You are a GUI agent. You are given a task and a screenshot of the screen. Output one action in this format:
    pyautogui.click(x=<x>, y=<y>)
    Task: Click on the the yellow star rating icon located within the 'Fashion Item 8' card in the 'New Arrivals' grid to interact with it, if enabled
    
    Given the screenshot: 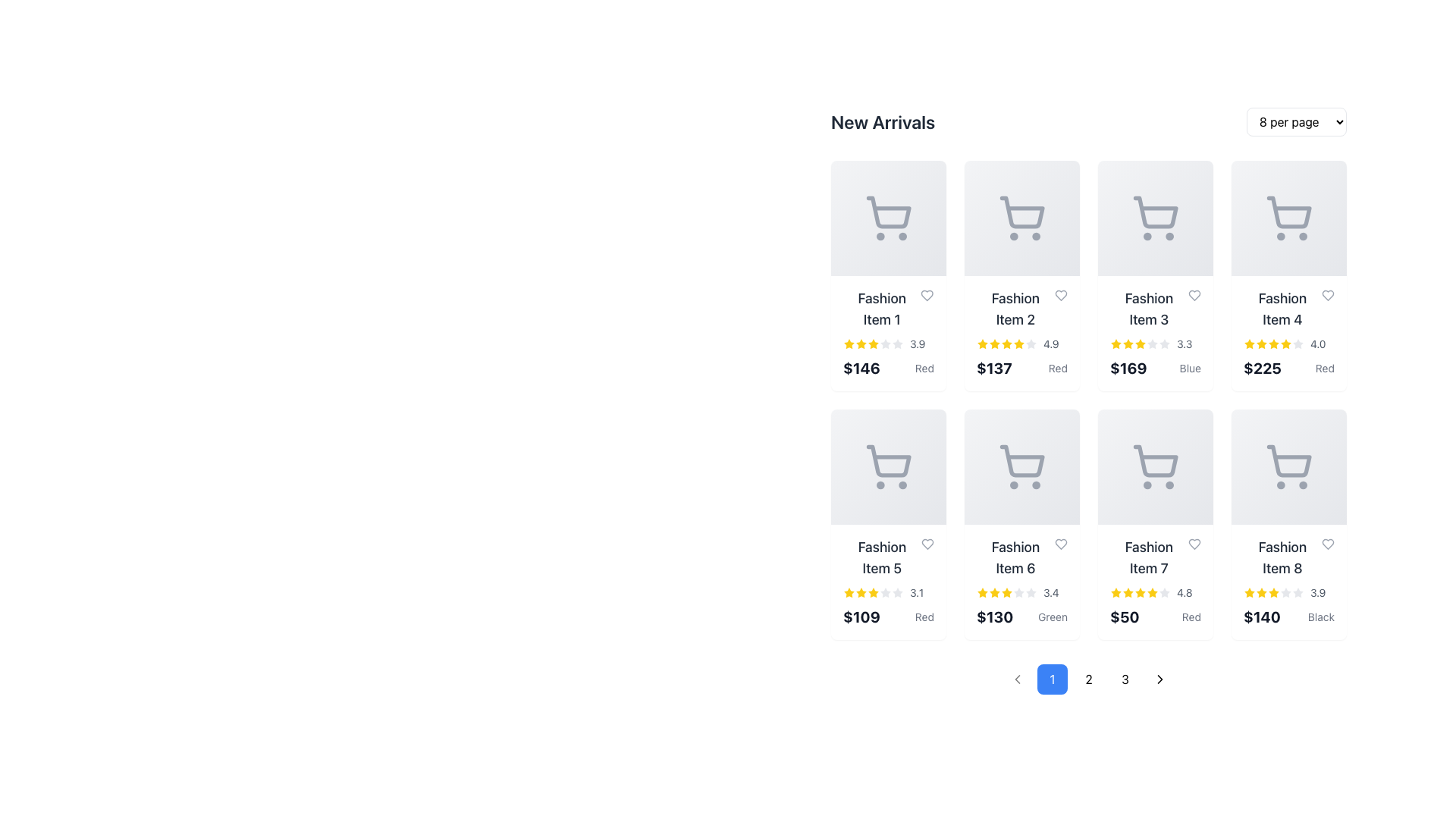 What is the action you would take?
    pyautogui.click(x=1249, y=591)
    